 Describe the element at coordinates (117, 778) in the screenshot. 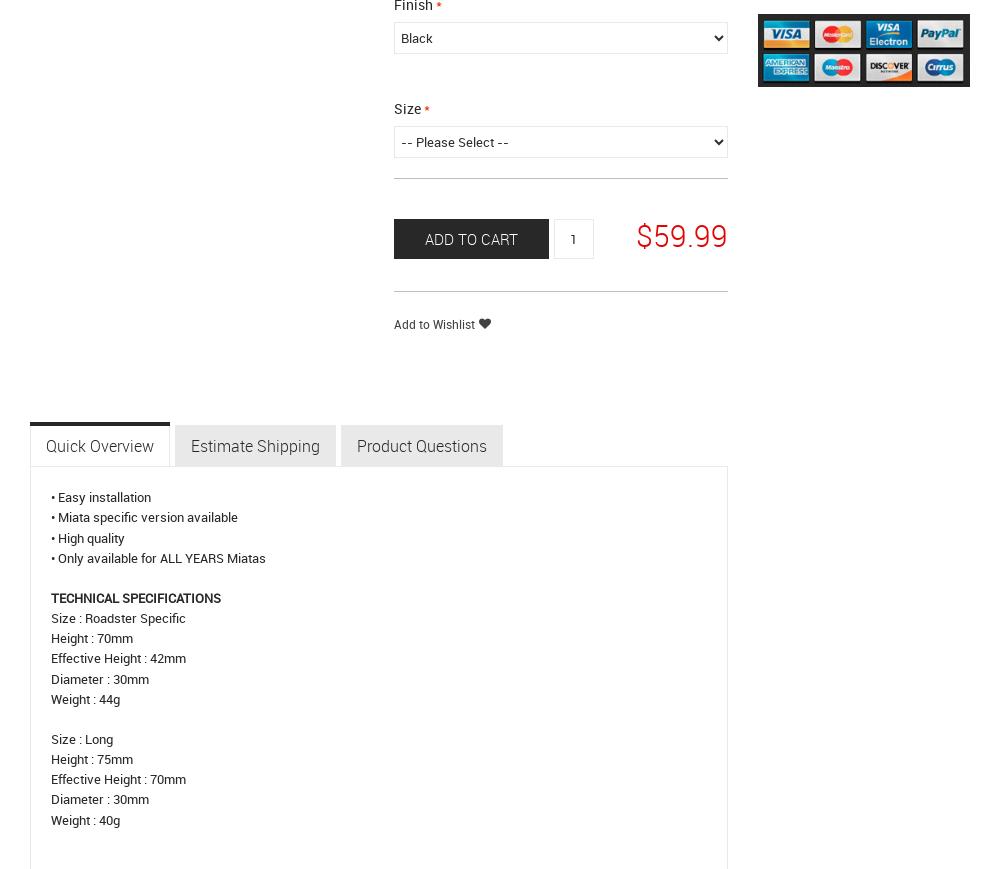

I see `'Effective Height : 70mm'` at that location.